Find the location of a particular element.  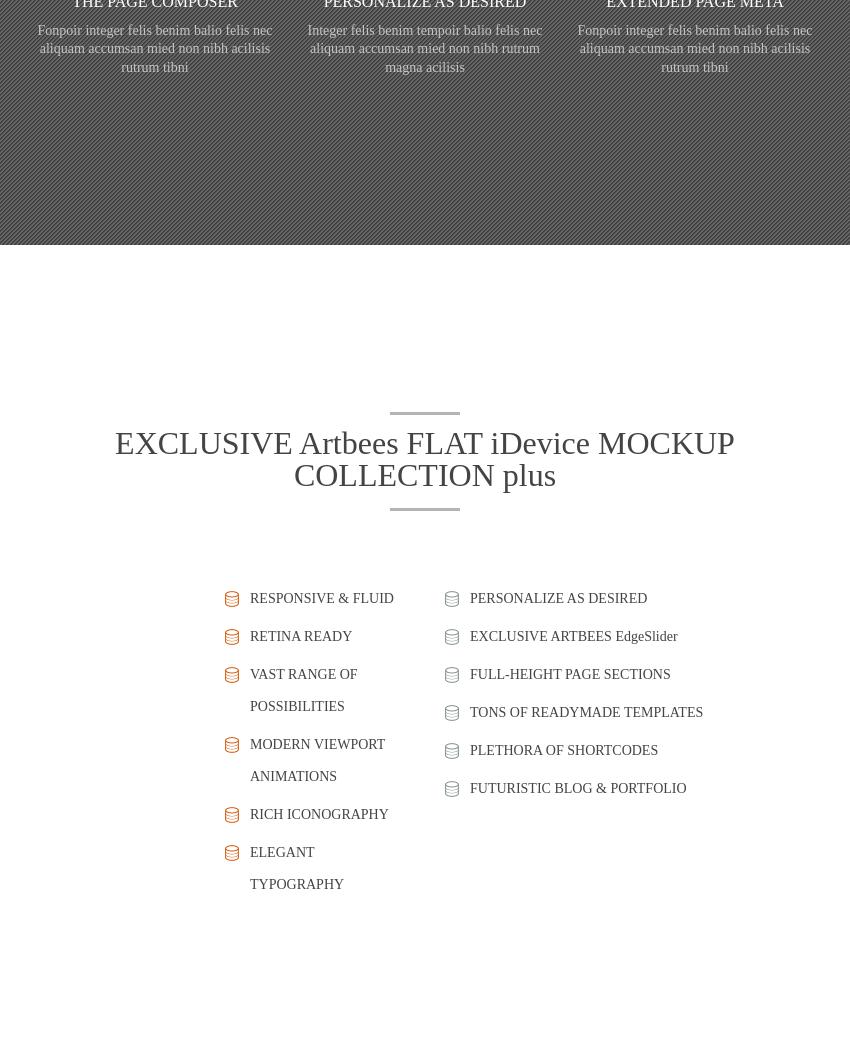

'FUTURISTIC BLOG & PORTFOLIO' is located at coordinates (469, 786).